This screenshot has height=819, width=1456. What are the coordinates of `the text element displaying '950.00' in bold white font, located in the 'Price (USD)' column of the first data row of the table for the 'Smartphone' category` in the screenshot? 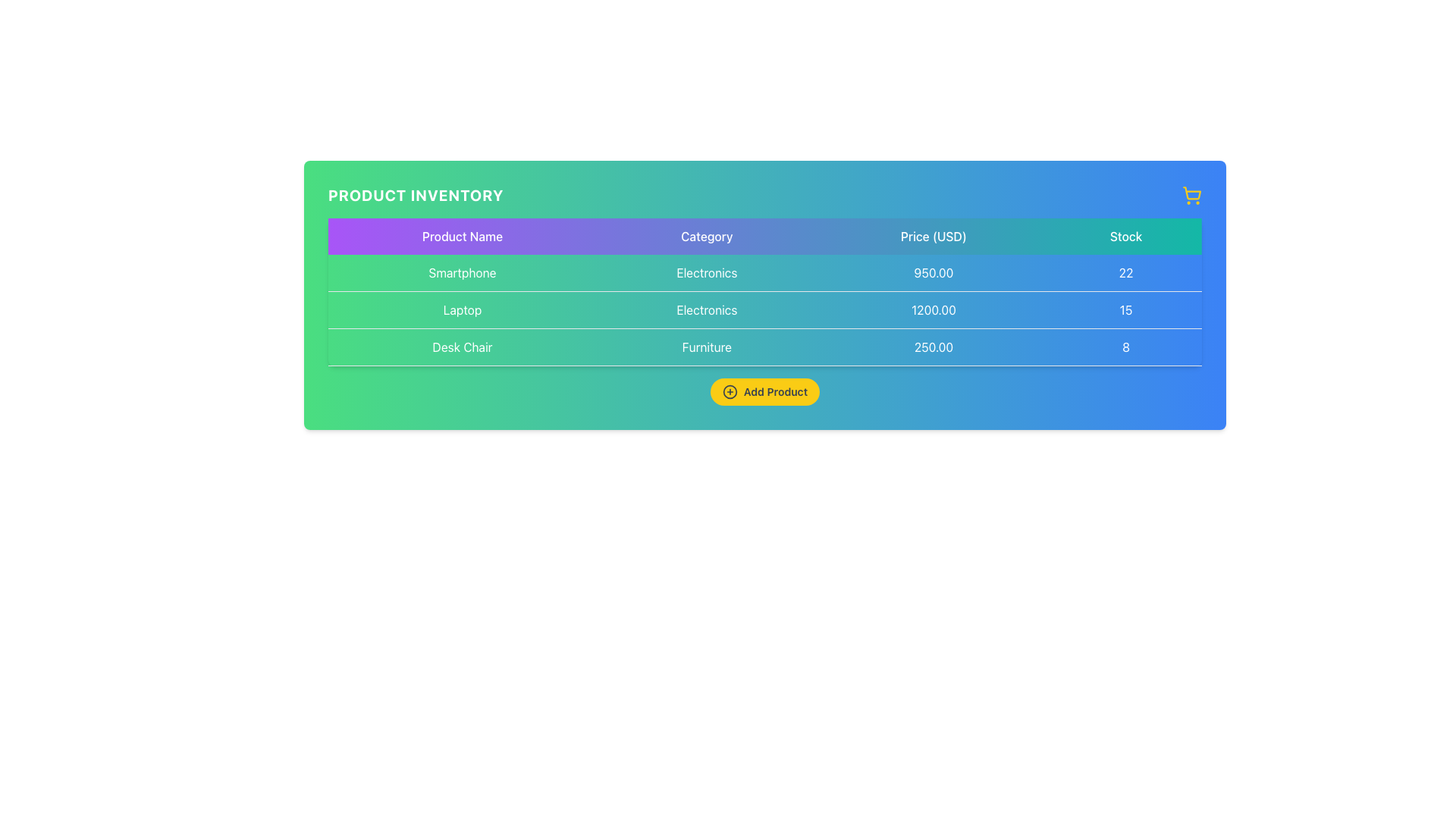 It's located at (933, 273).